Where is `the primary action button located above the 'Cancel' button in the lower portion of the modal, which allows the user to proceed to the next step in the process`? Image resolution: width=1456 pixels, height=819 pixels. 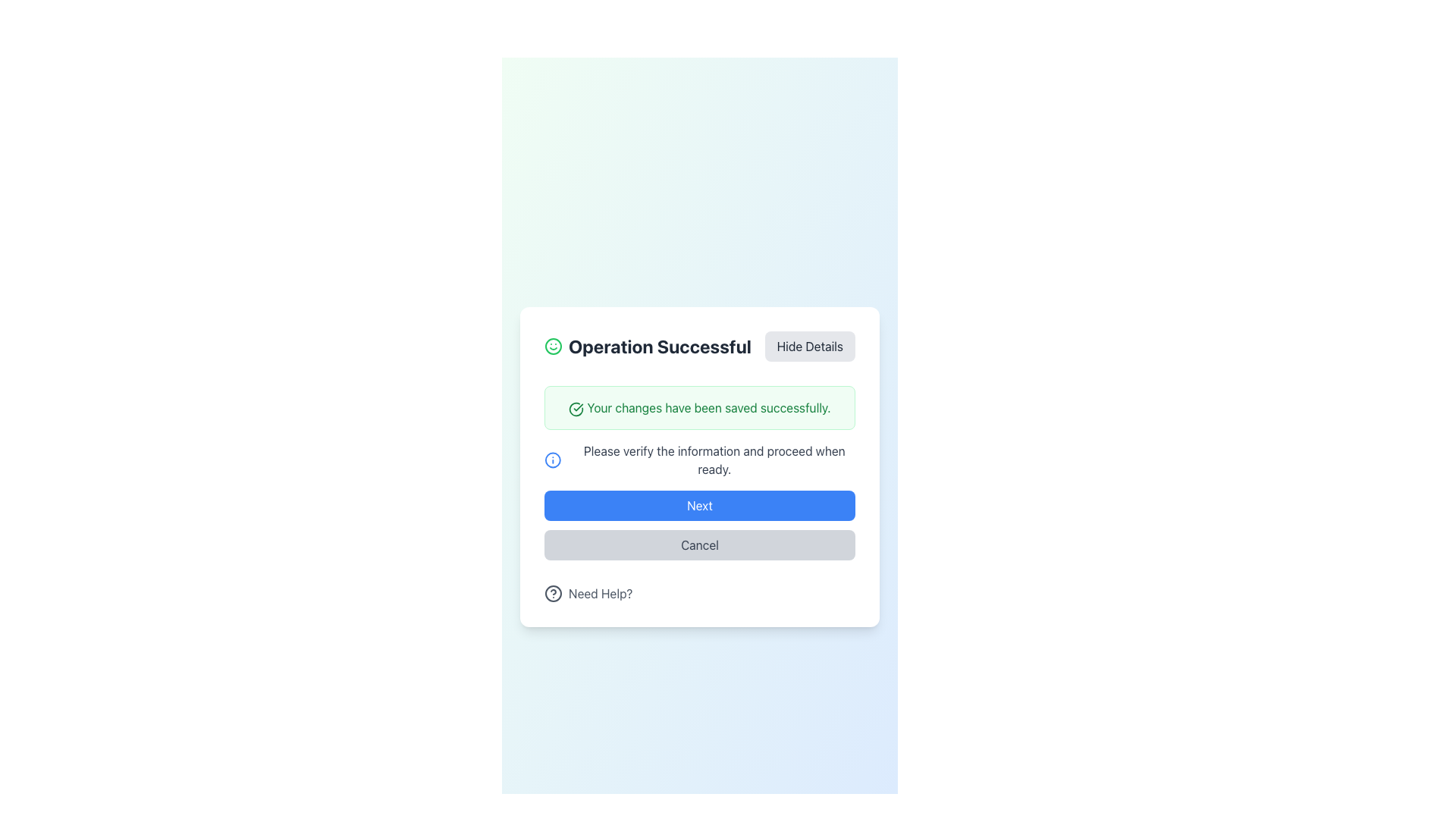
the primary action button located above the 'Cancel' button in the lower portion of the modal, which allows the user to proceed to the next step in the process is located at coordinates (698, 506).